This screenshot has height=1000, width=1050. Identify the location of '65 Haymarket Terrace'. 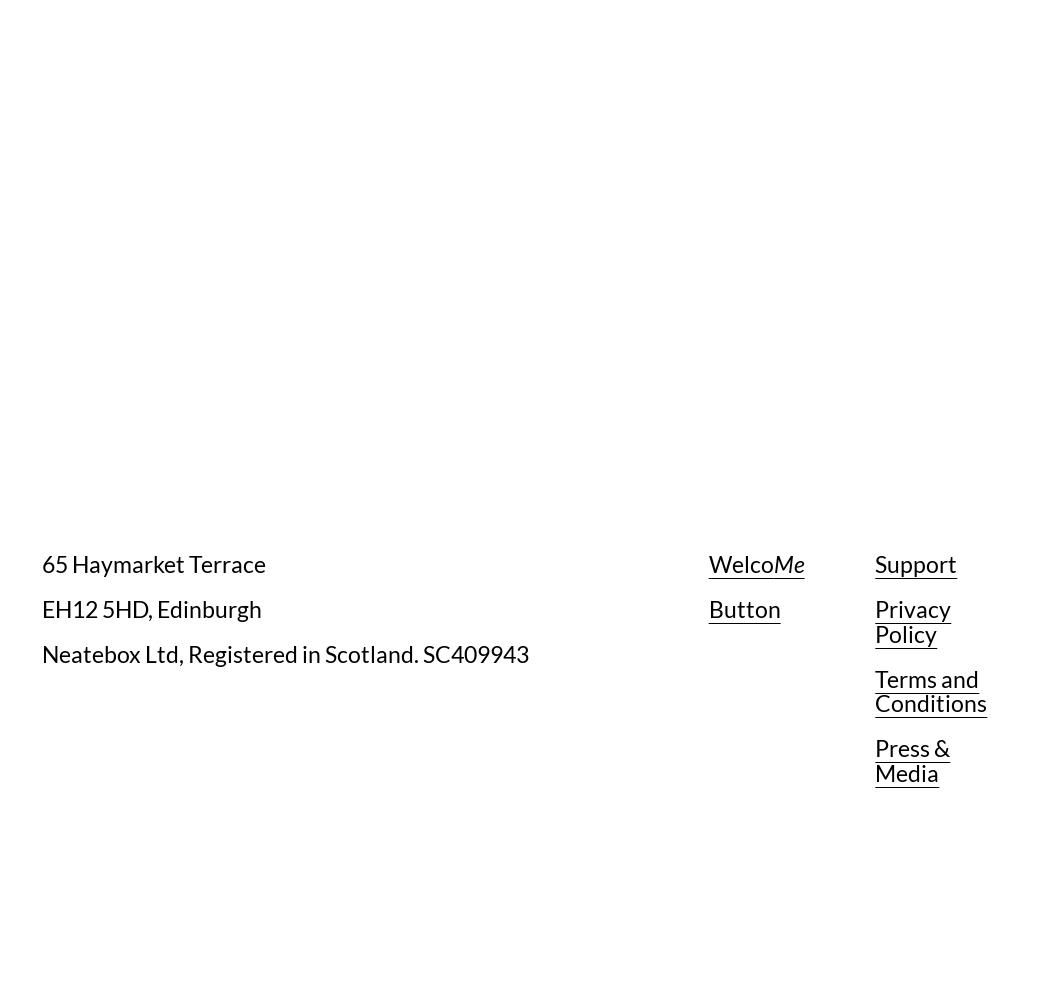
(41, 563).